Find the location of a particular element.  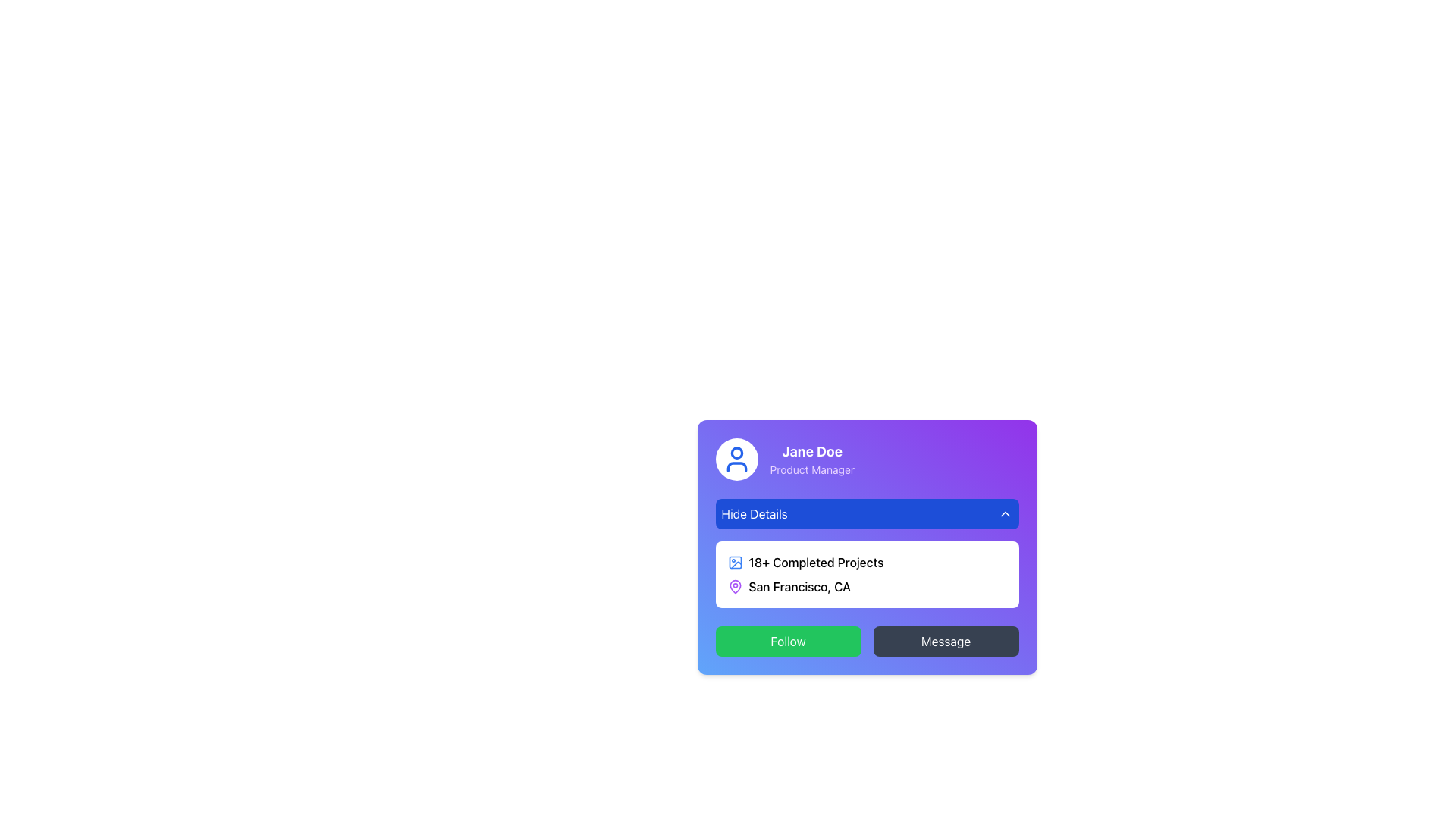

the green 'Follow' button with rounded corners located at the bottom of the profile card is located at coordinates (788, 641).